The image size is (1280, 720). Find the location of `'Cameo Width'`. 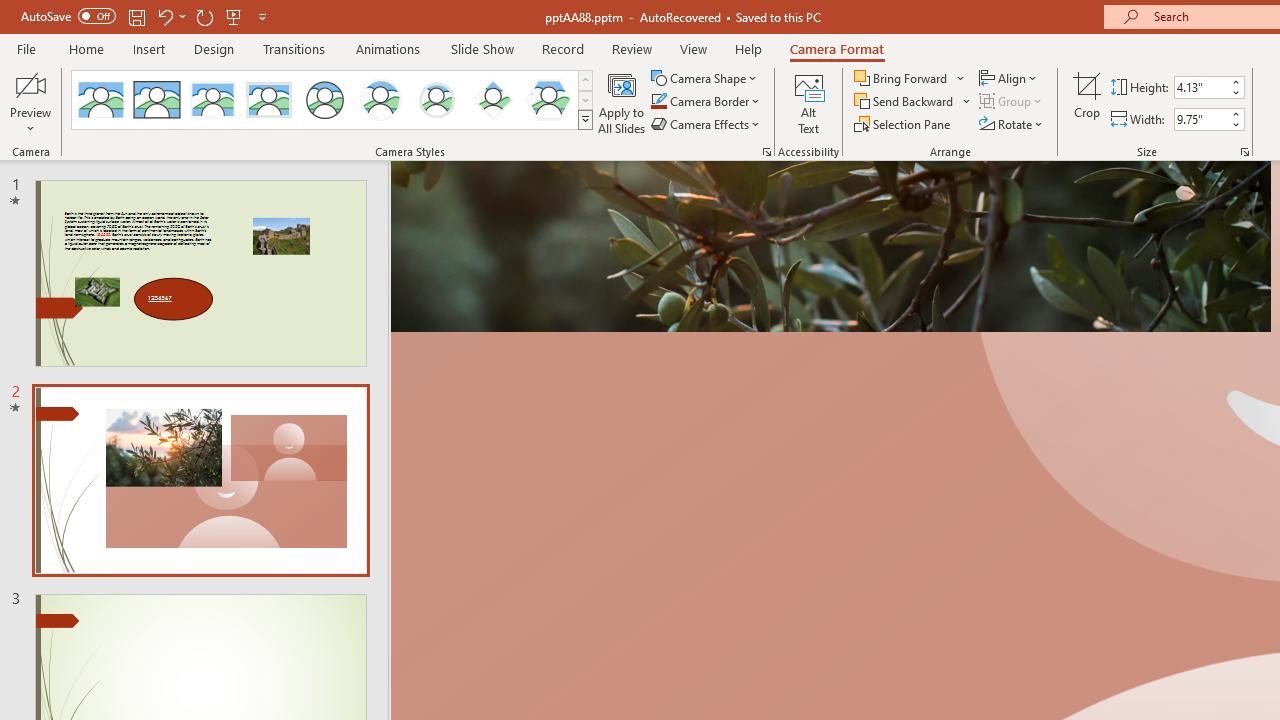

'Cameo Width' is located at coordinates (1200, 119).